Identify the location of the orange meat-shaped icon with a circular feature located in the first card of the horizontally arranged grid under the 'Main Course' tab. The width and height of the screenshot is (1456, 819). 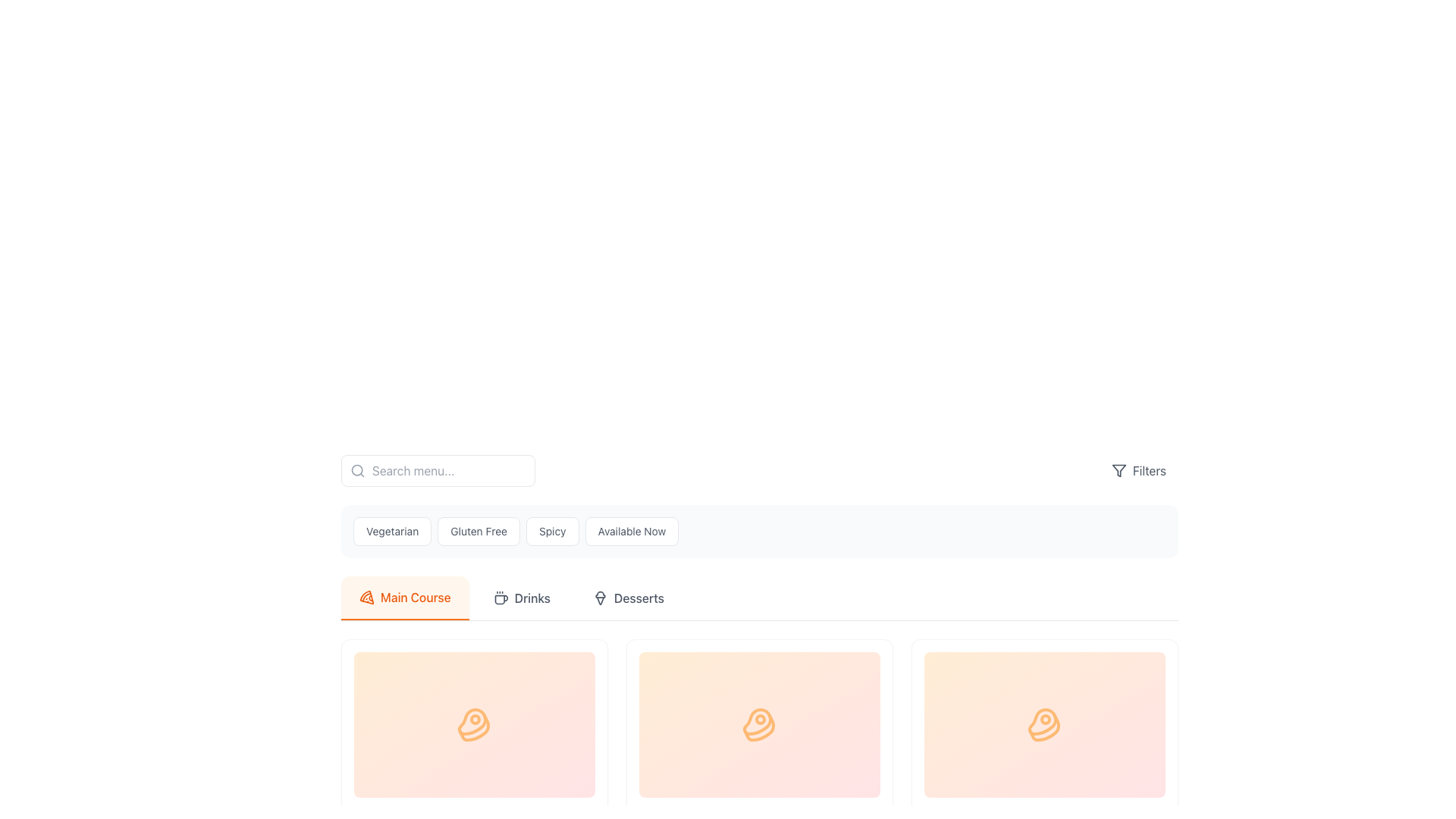
(472, 721).